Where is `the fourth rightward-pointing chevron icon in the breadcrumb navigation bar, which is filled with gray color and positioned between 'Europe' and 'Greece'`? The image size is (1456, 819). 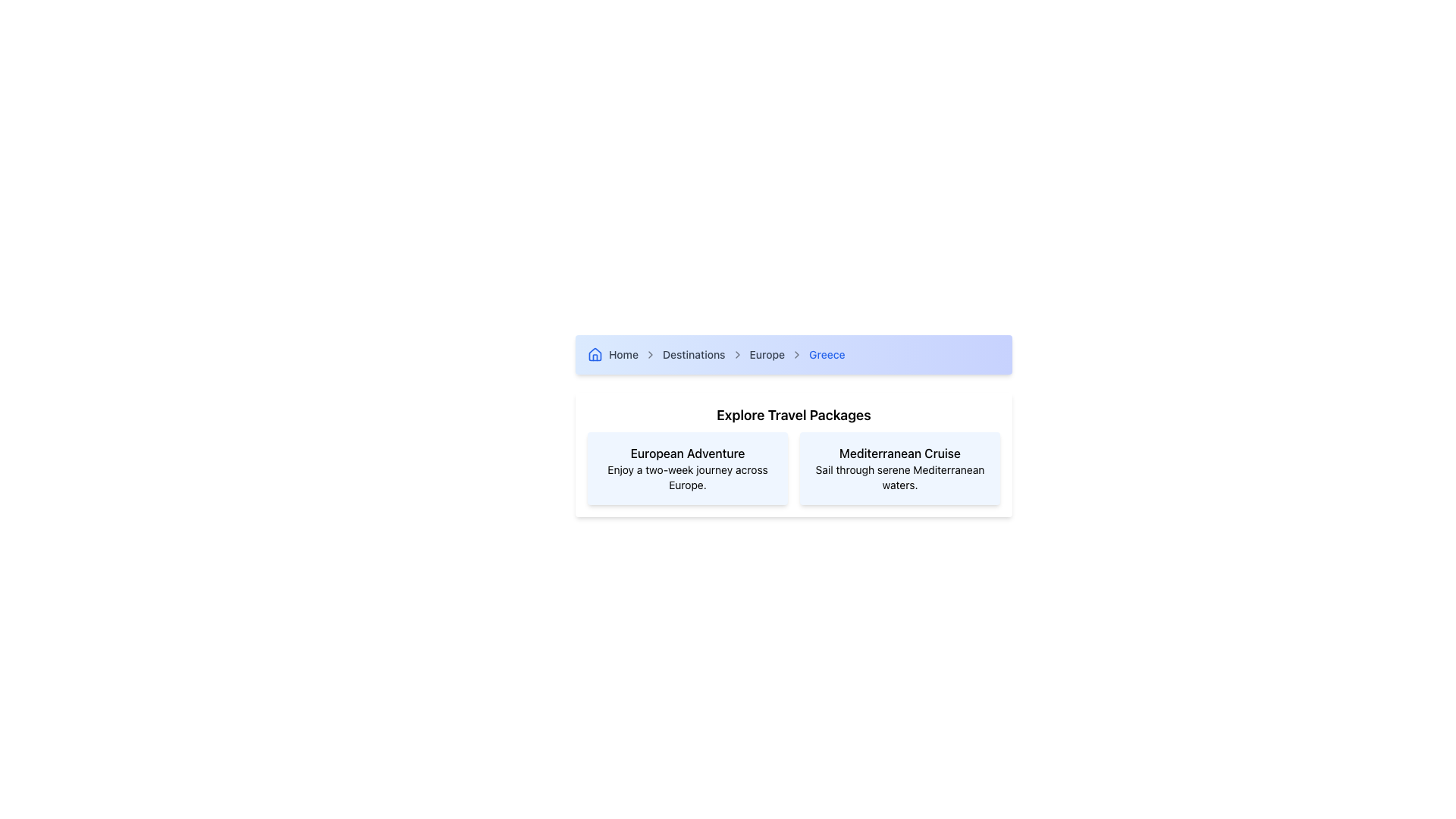
the fourth rightward-pointing chevron icon in the breadcrumb navigation bar, which is filled with gray color and positioned between 'Europe' and 'Greece' is located at coordinates (796, 354).